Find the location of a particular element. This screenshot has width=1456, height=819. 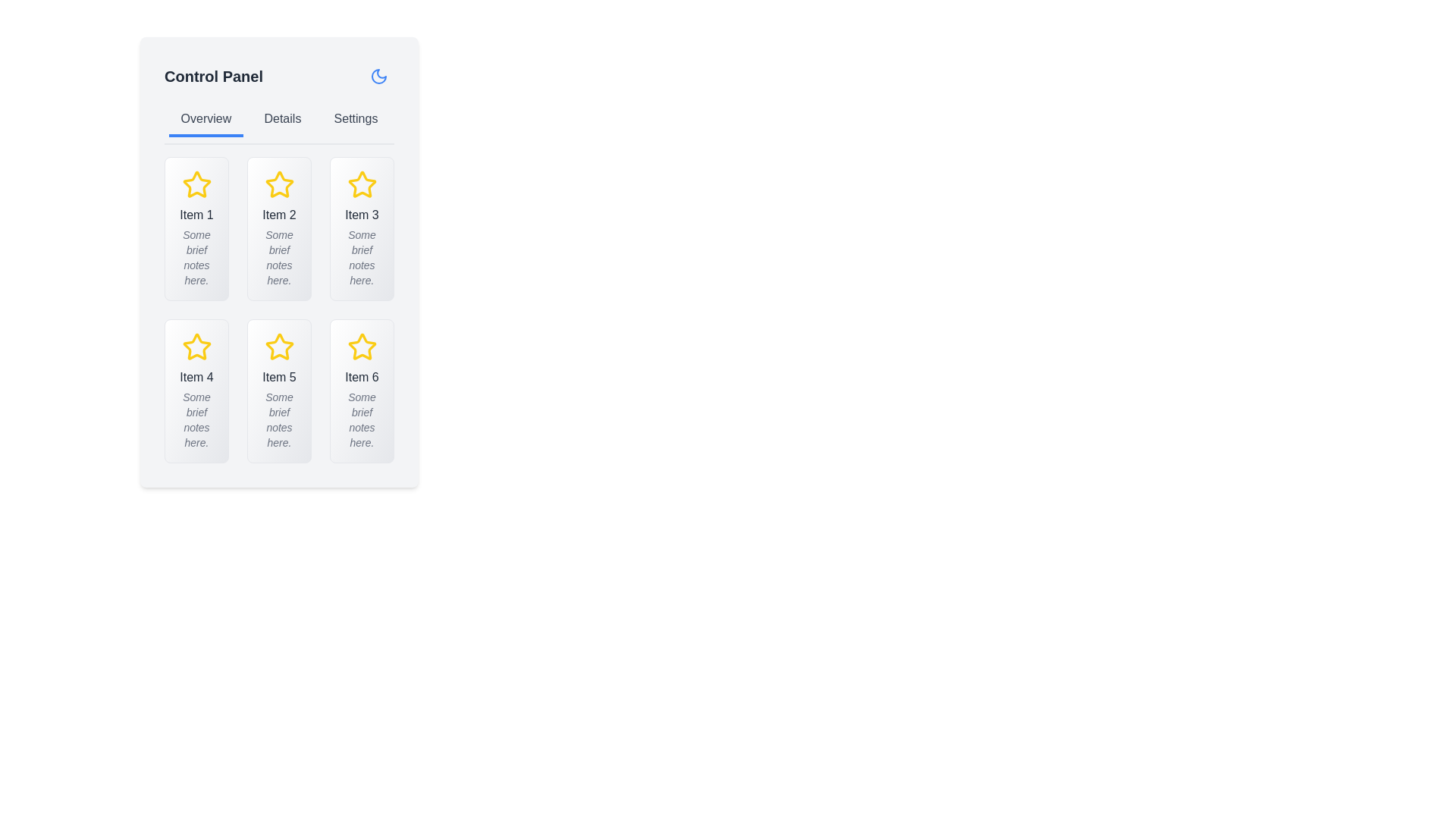

the Text Label located in the second row and second column of the grid layout, which is associated with a yellow star icon above and a note description below is located at coordinates (279, 376).